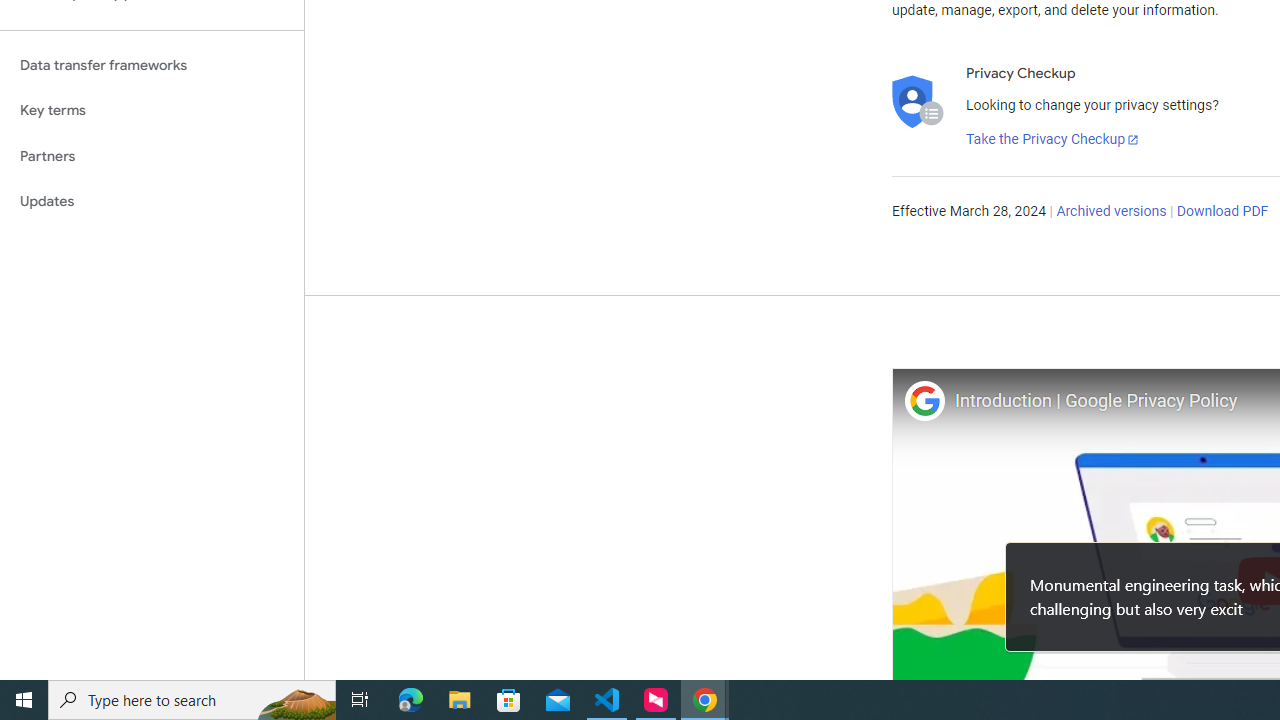 Image resolution: width=1280 pixels, height=720 pixels. What do you see at coordinates (923, 400) in the screenshot?
I see `'Photo image of Google'` at bounding box center [923, 400].